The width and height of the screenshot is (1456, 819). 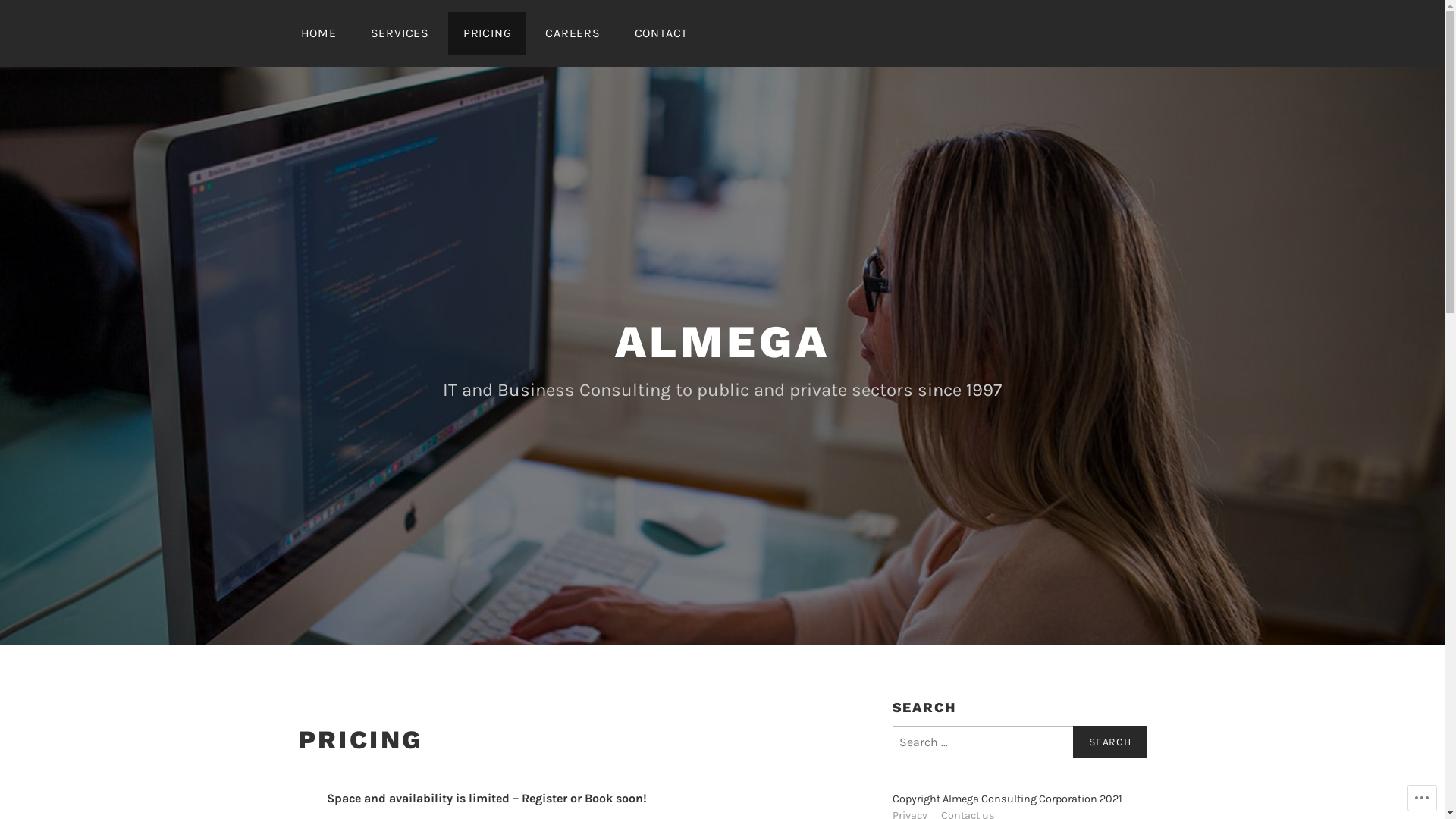 I want to click on 'Search', so click(x=1109, y=742).